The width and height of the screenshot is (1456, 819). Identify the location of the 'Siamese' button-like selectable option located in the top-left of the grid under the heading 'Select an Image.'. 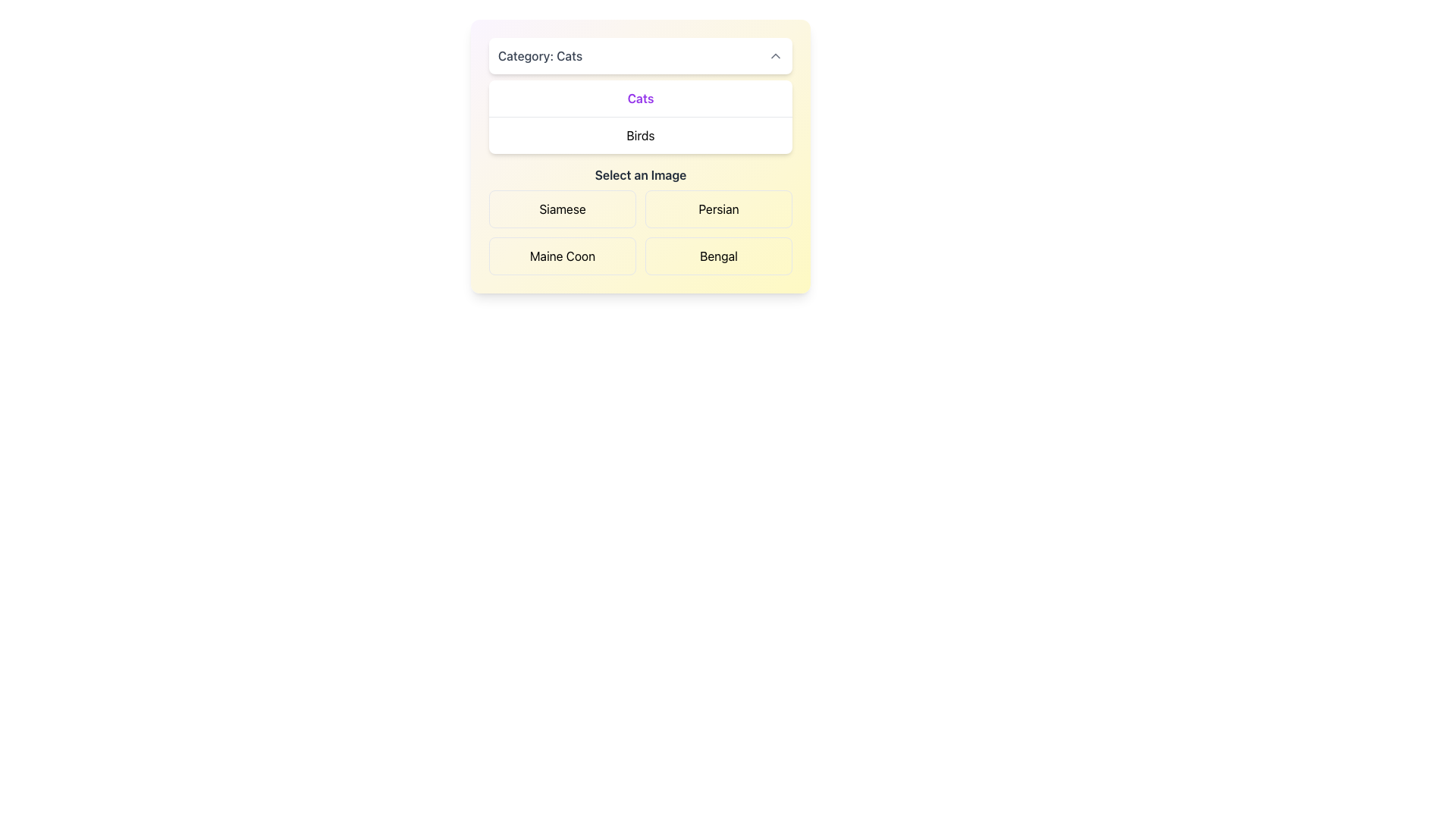
(562, 209).